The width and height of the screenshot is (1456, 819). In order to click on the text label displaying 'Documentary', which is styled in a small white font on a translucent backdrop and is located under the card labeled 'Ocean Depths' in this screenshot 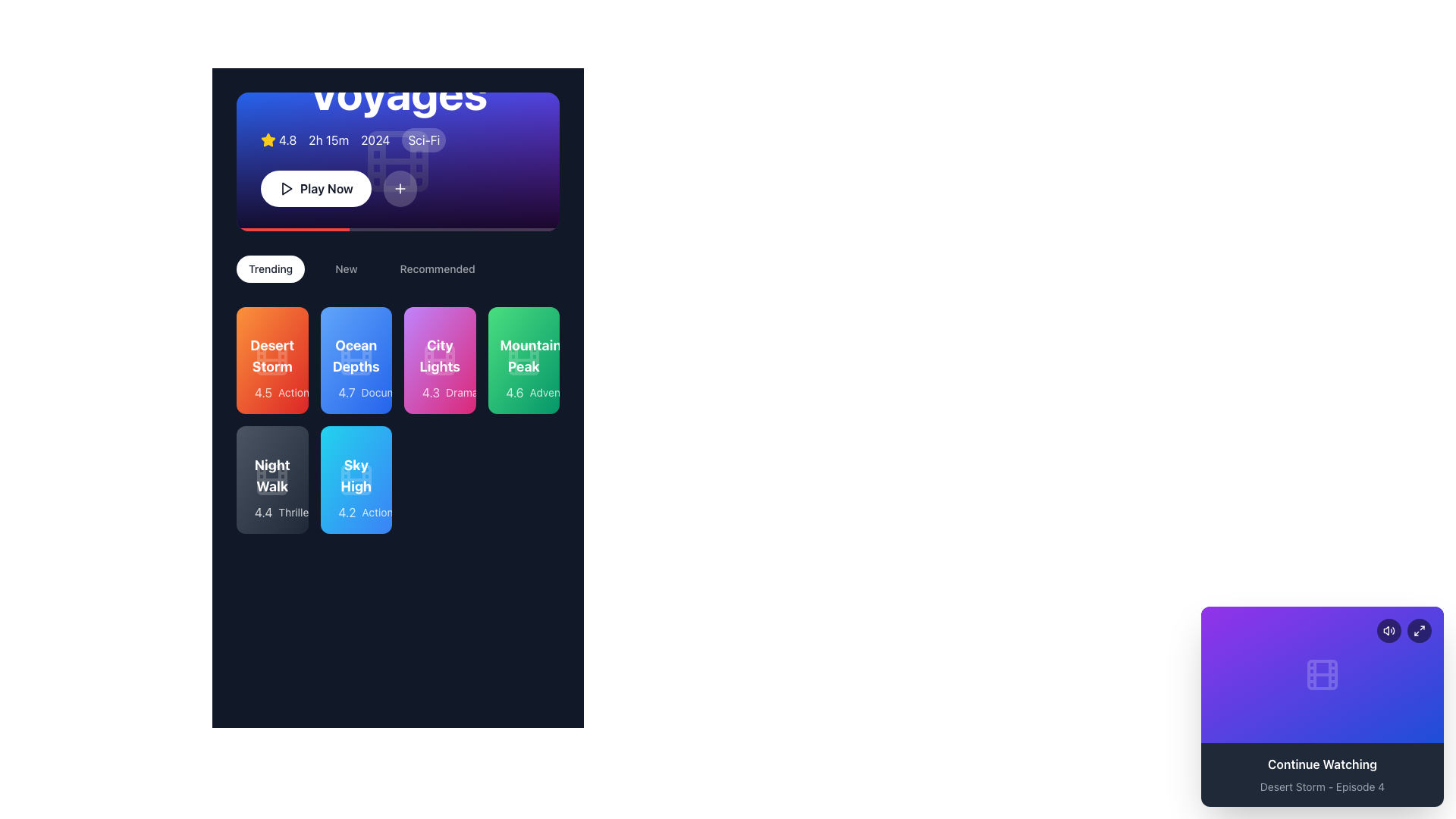, I will do `click(394, 392)`.